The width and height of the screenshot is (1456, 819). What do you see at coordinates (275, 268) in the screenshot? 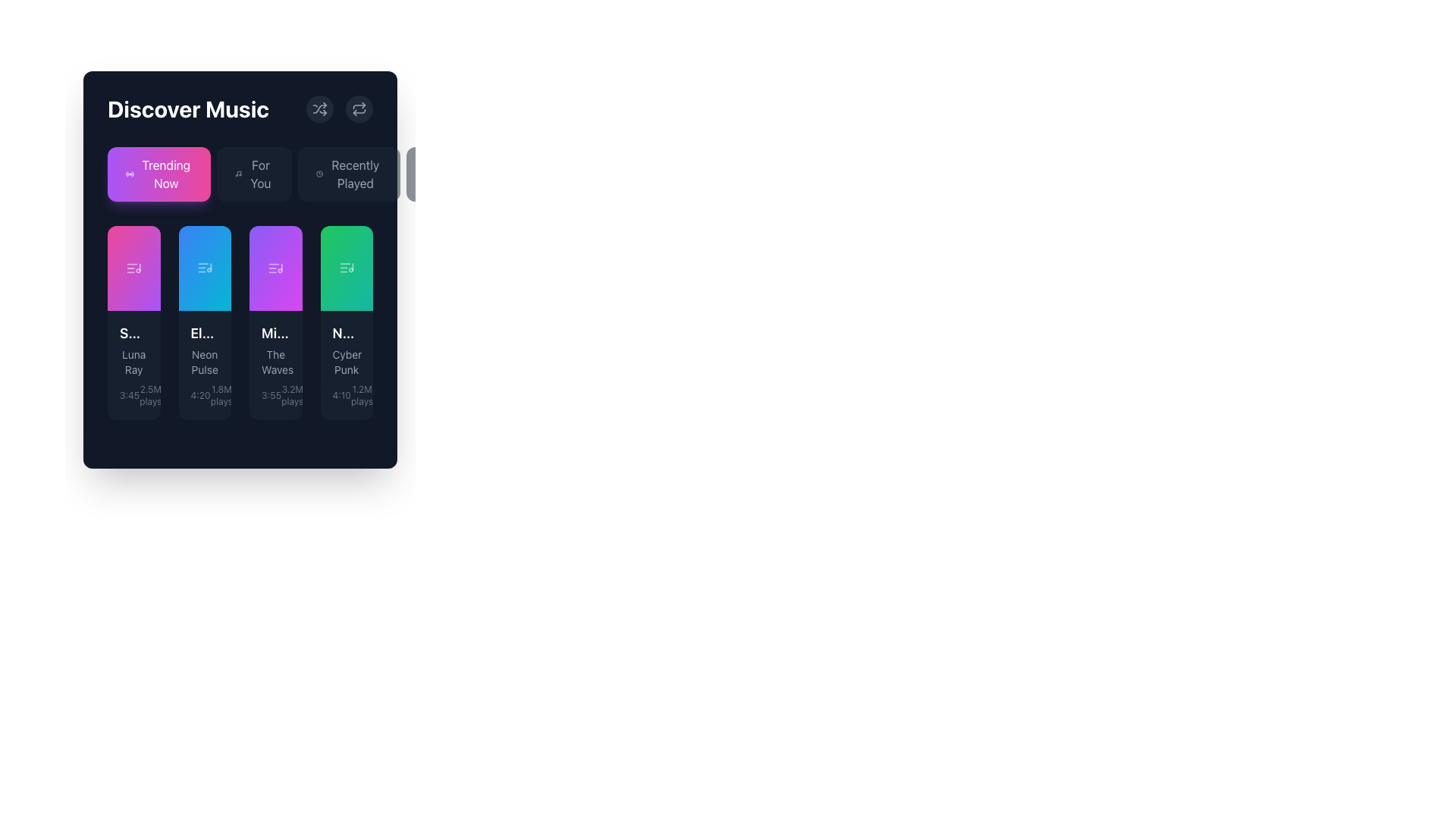
I see `the interactive visual button or card featuring a gradient background from violet to fuchsia with a central musical note icon, located in the third slot under 'Discover Music'` at bounding box center [275, 268].